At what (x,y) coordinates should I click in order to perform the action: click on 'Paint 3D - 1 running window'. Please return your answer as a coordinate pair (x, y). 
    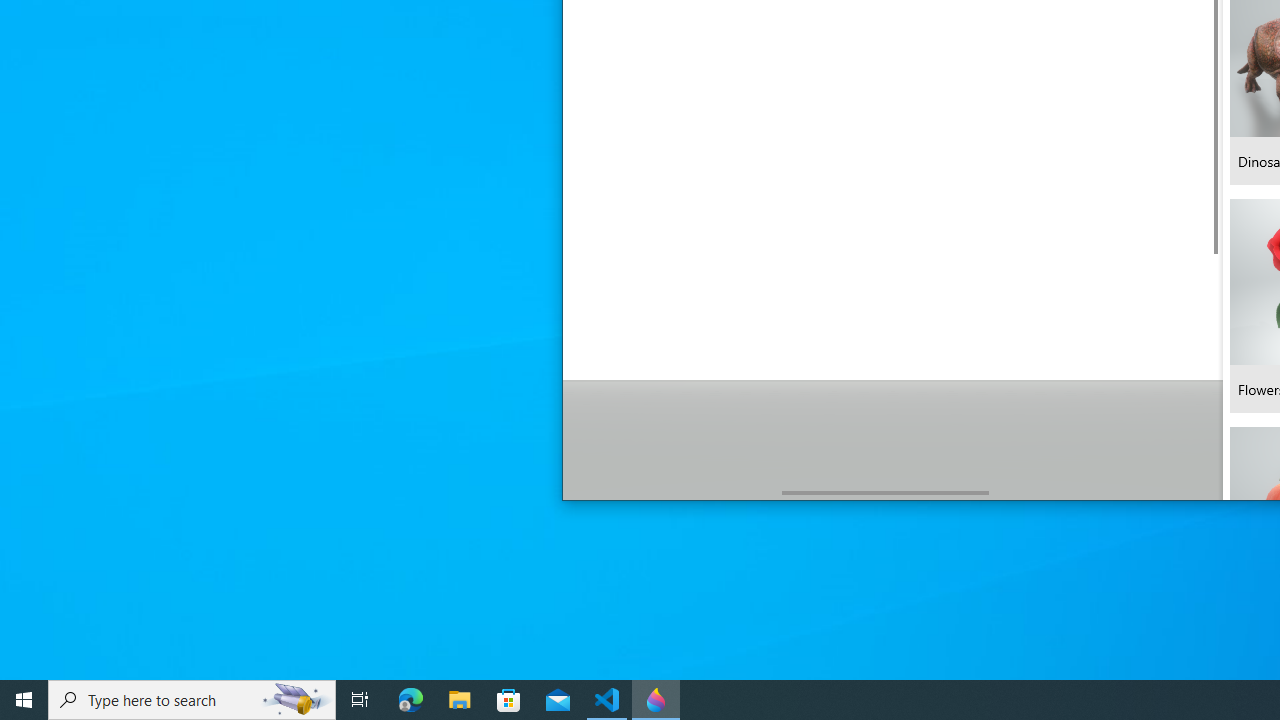
    Looking at the image, I should click on (656, 698).